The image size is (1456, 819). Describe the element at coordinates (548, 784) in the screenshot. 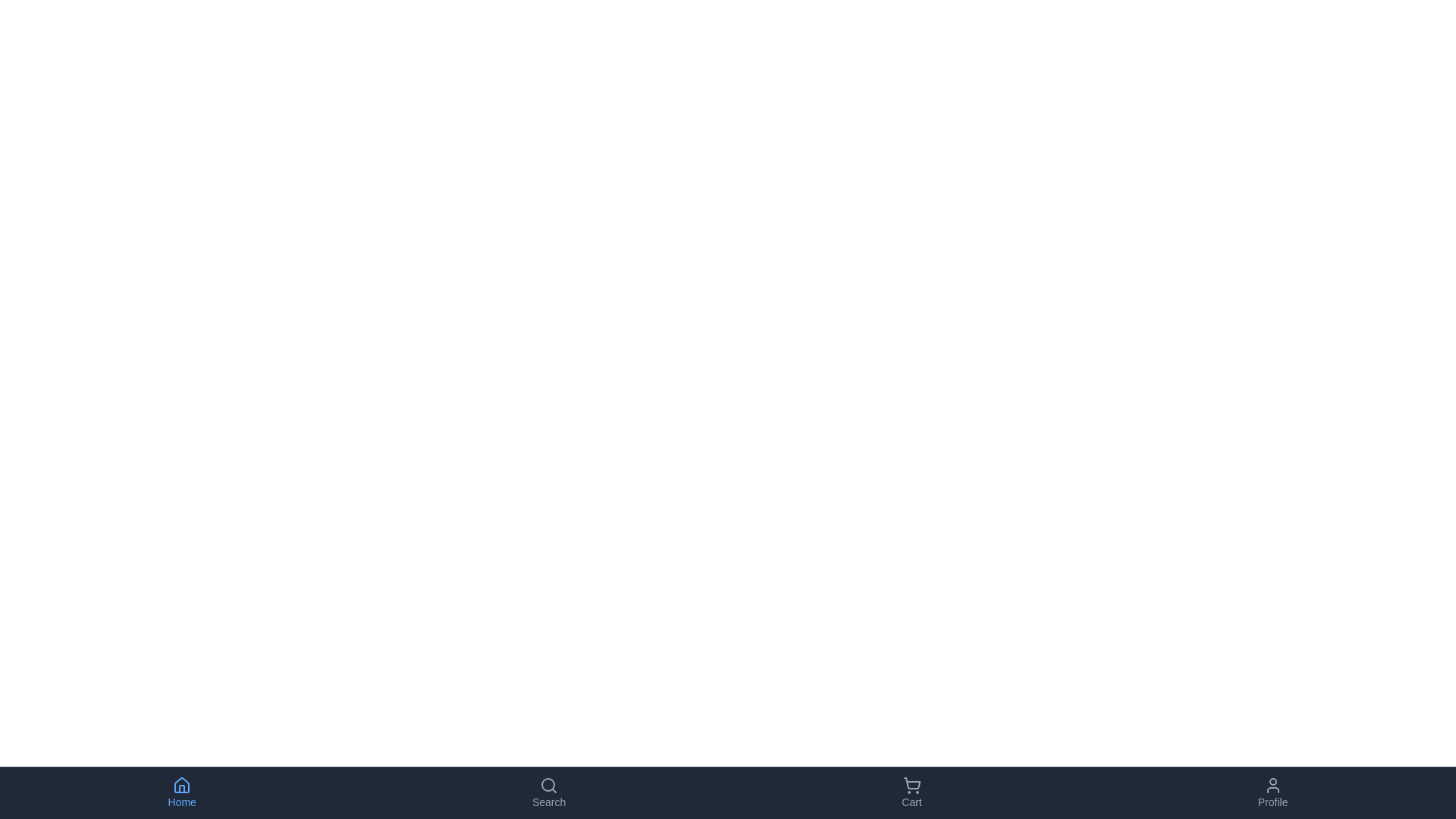

I see `the circular shape with an 8-unit radius located within the magnifying glass icon in the bottom navigation bar` at that location.